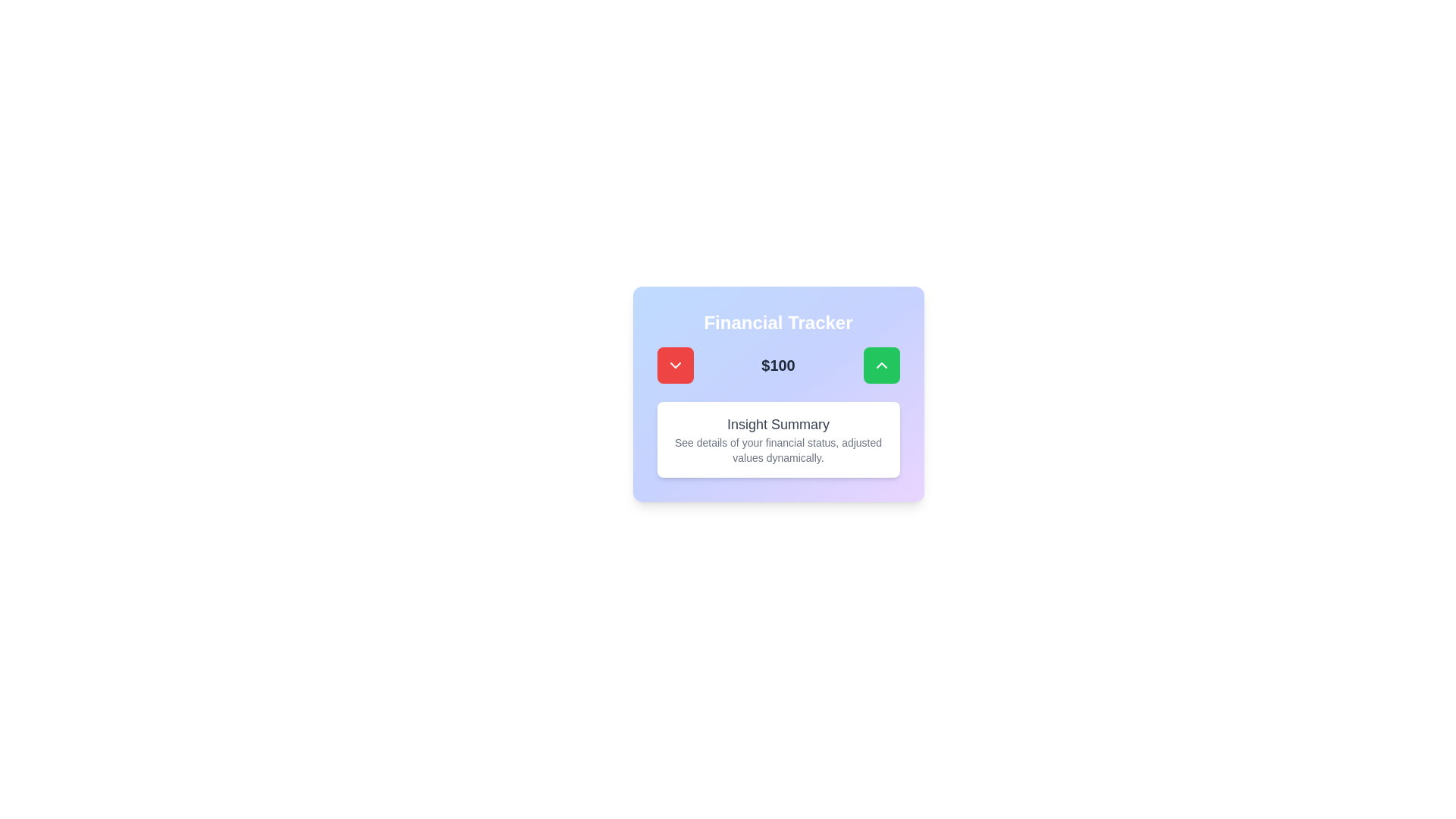 The width and height of the screenshot is (1456, 819). What do you see at coordinates (778, 439) in the screenshot?
I see `the Information display card located at the bottom of the Financial Tracker card, which provides insights about the user's financial status` at bounding box center [778, 439].